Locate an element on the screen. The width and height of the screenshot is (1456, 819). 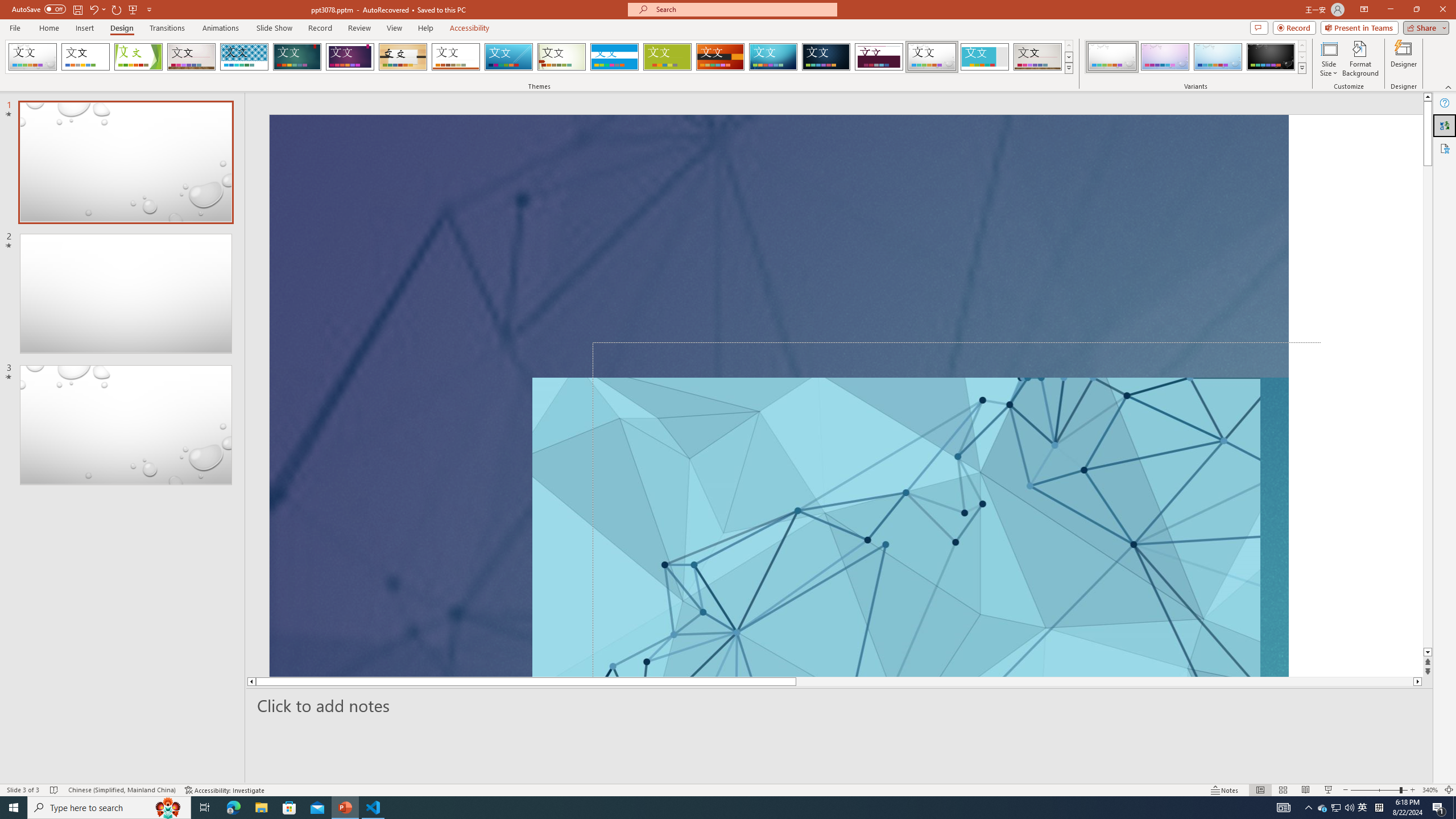
'Droplet Variant 4' is located at coordinates (1270, 56).